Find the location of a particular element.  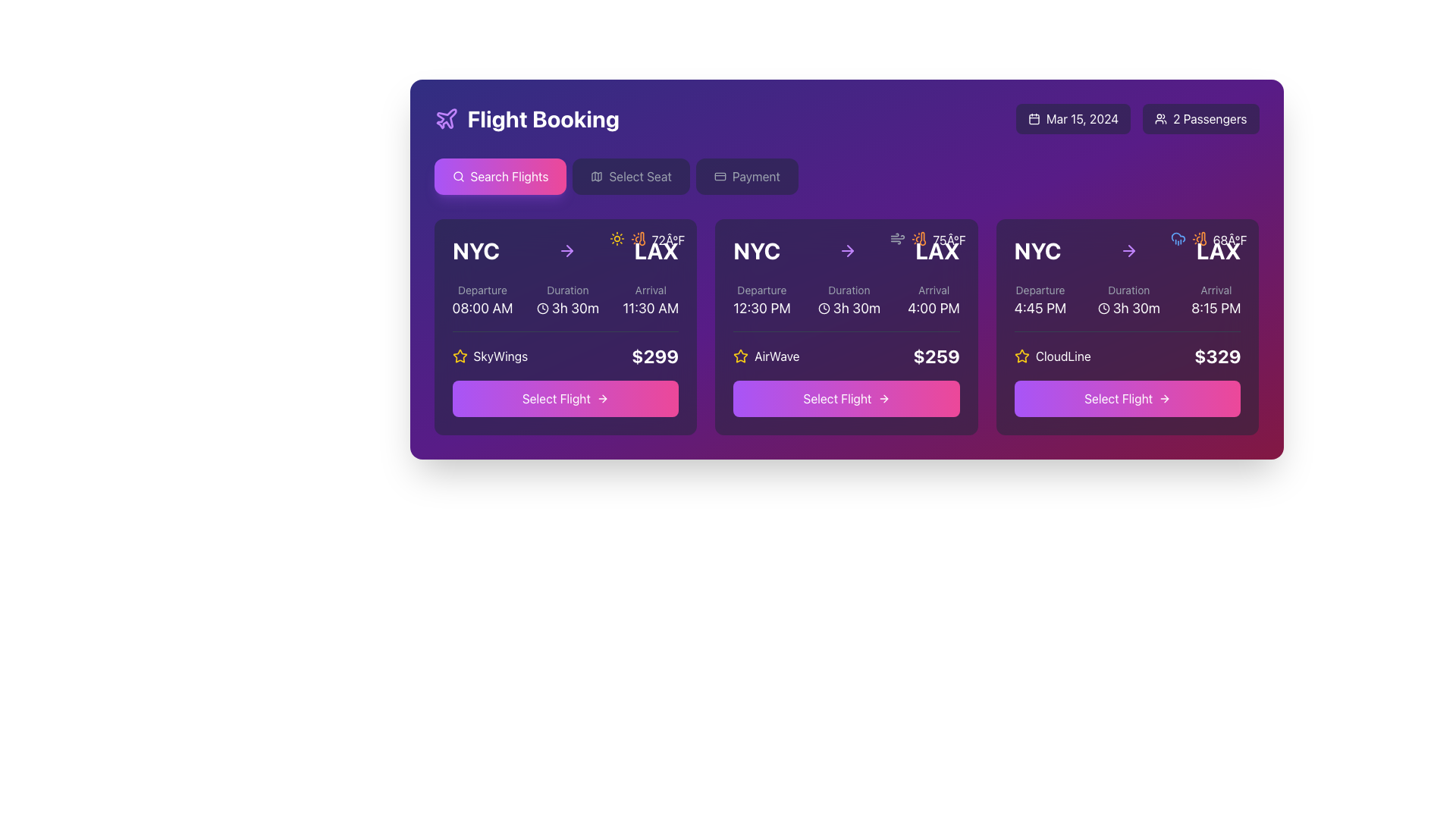

the Arrow icon located in the second flight card, positioned between the 'NYC' and 'LAX' texts is located at coordinates (850, 250).